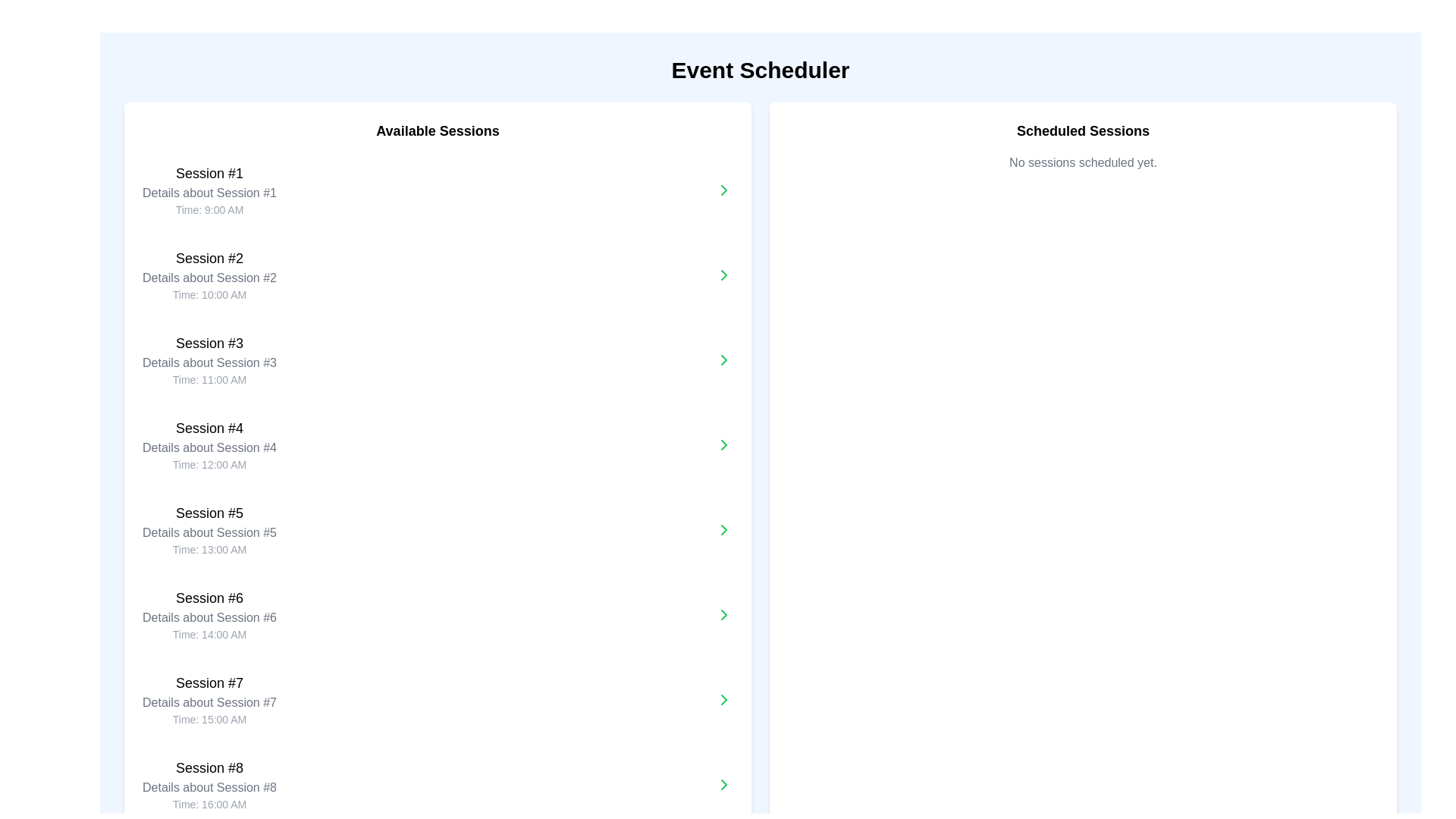 This screenshot has height=819, width=1456. I want to click on the icon-based button that navigates to more details about 'Session #5', located on the right side of the list item in the 'Available Sessions' section, so click(723, 529).